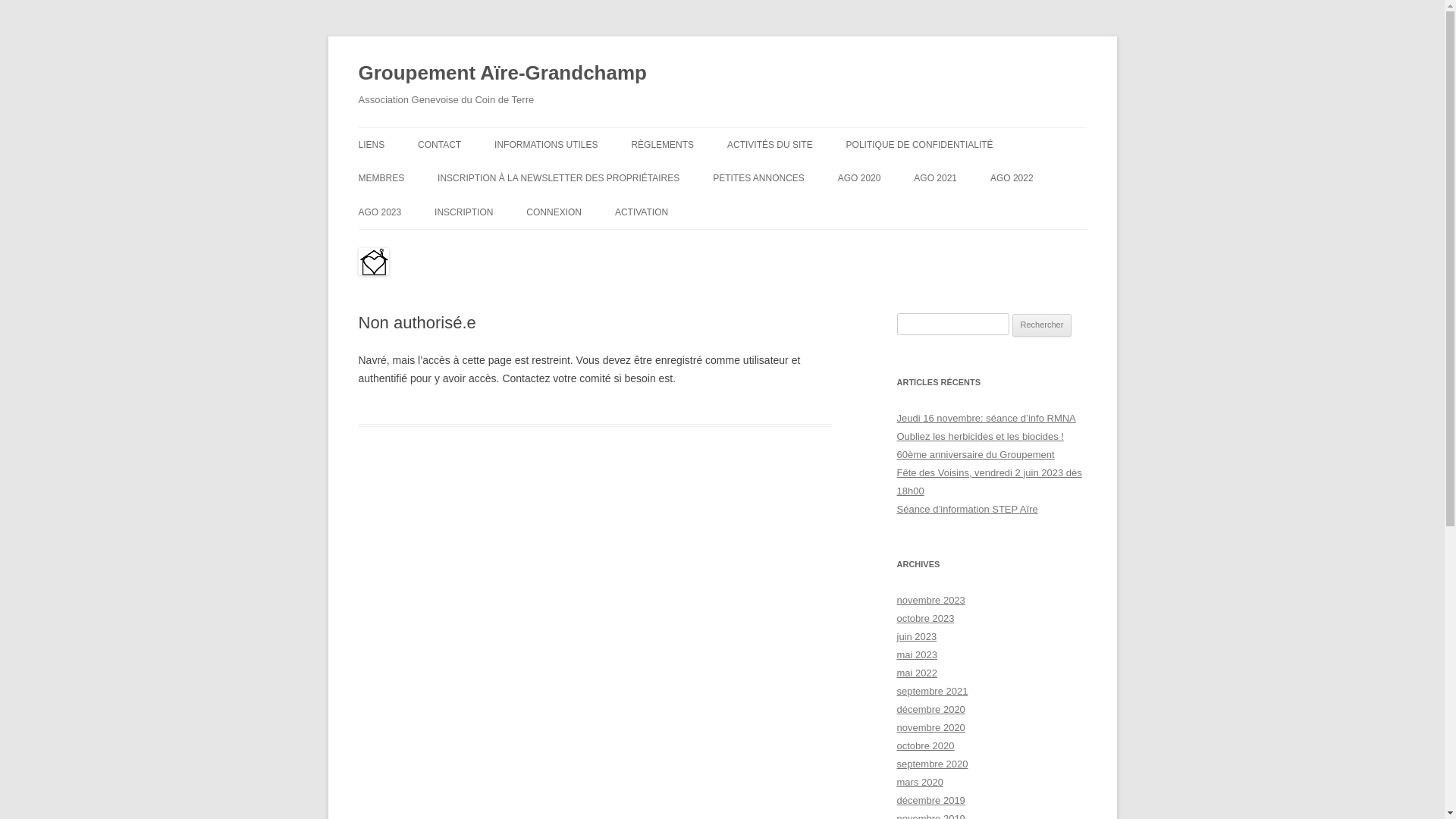 This screenshot has width=1456, height=819. I want to click on 'juin 2023', so click(915, 636).